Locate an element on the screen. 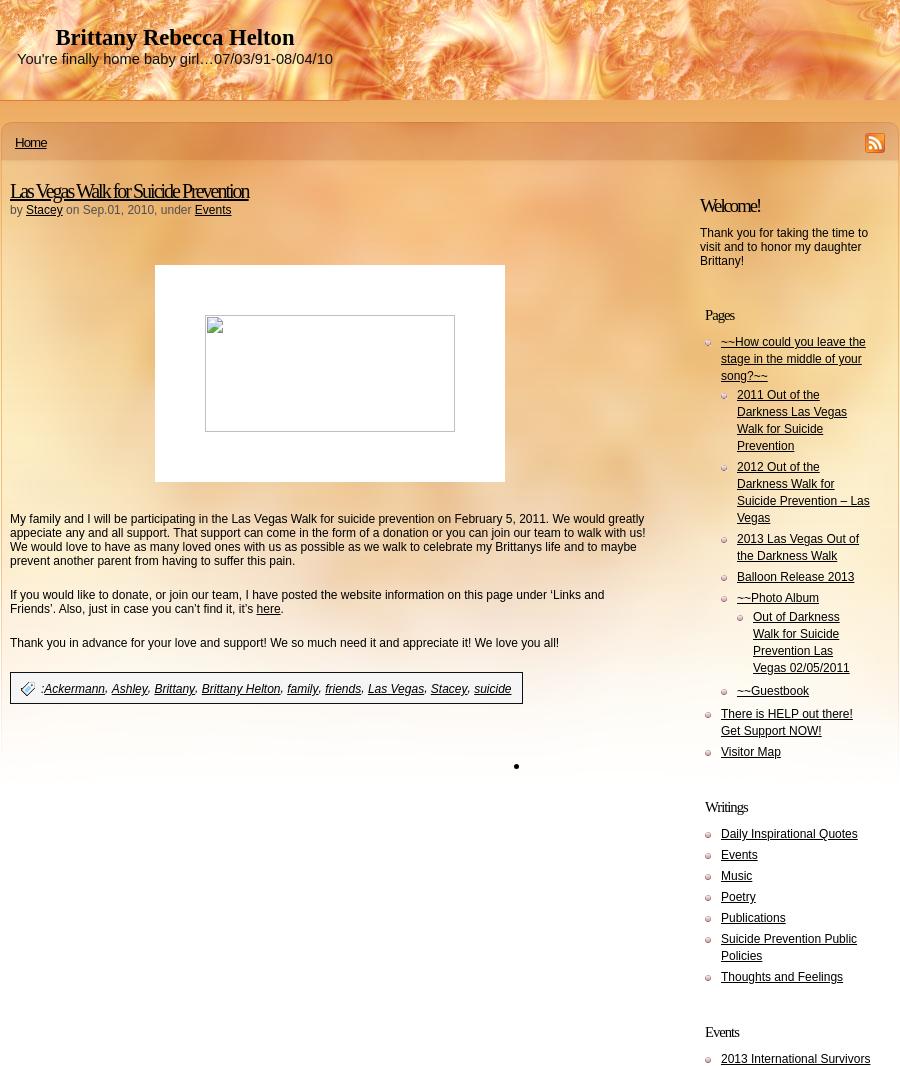 This screenshot has height=1066, width=900. '~~How could you leave the stage in the middle of your song?~~' is located at coordinates (792, 359).